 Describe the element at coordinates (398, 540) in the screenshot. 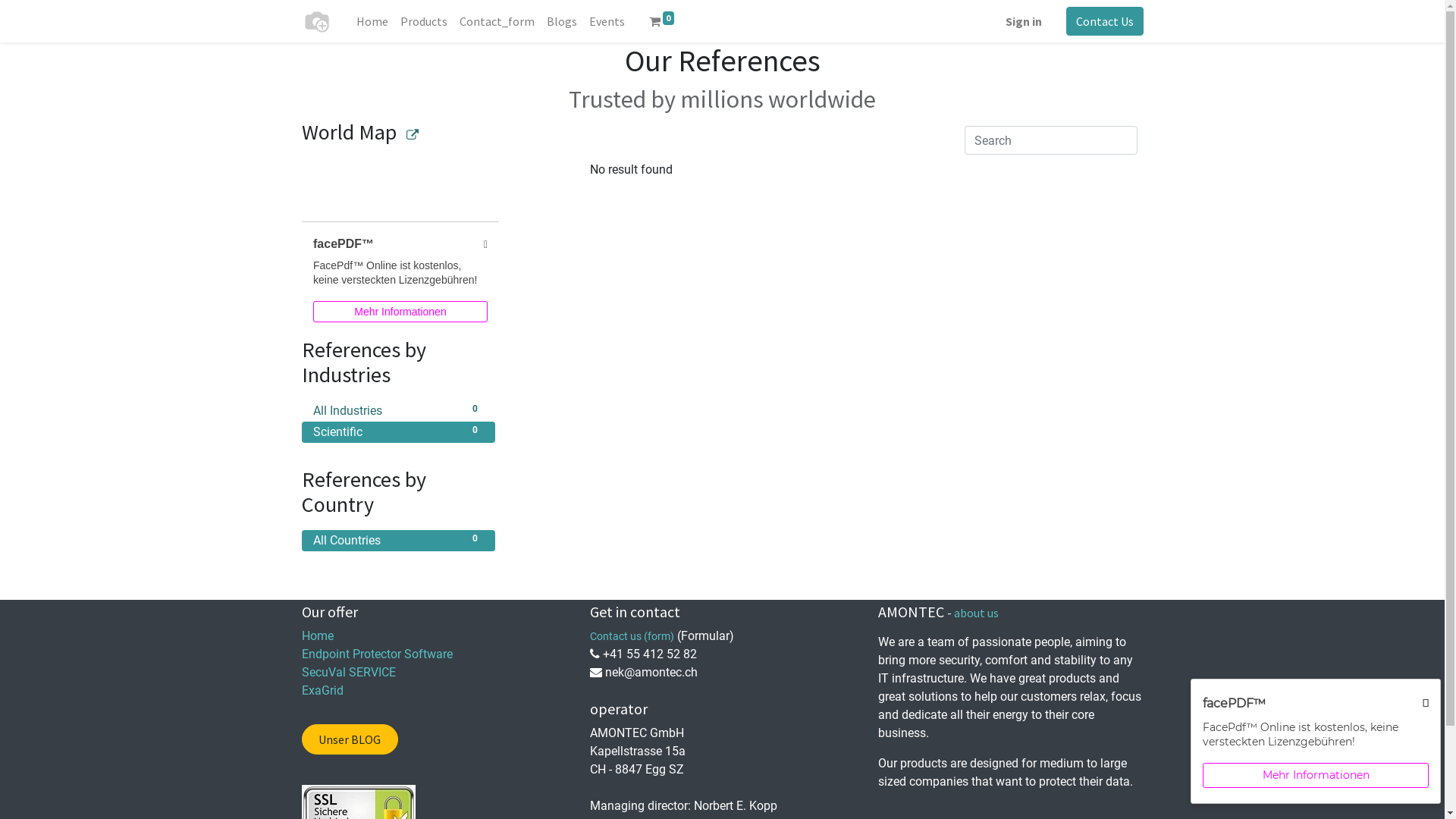

I see `'0` at that location.